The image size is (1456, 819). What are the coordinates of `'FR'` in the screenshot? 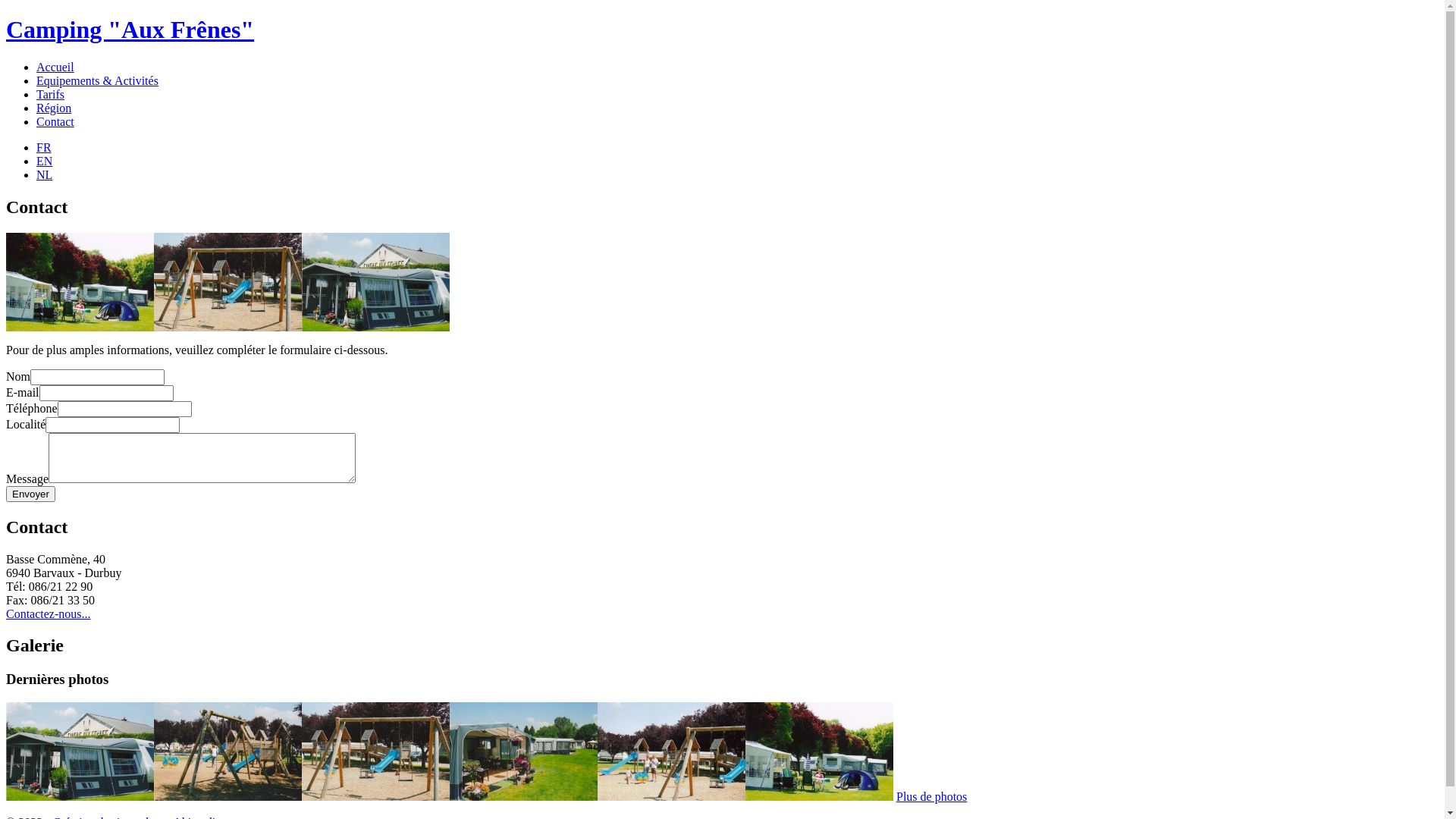 It's located at (43, 147).